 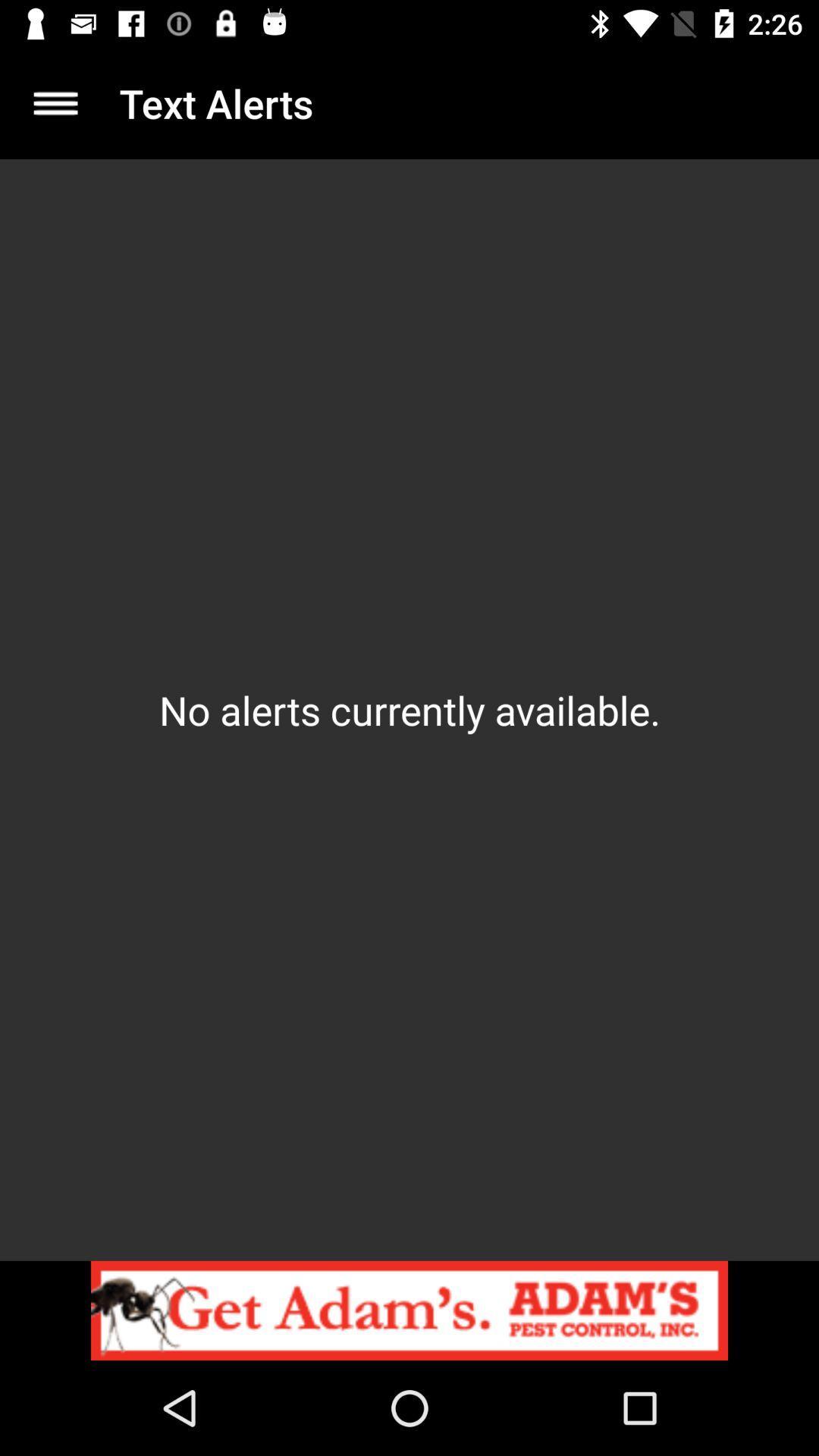 I want to click on the app to the left of the text alerts, so click(x=55, y=102).